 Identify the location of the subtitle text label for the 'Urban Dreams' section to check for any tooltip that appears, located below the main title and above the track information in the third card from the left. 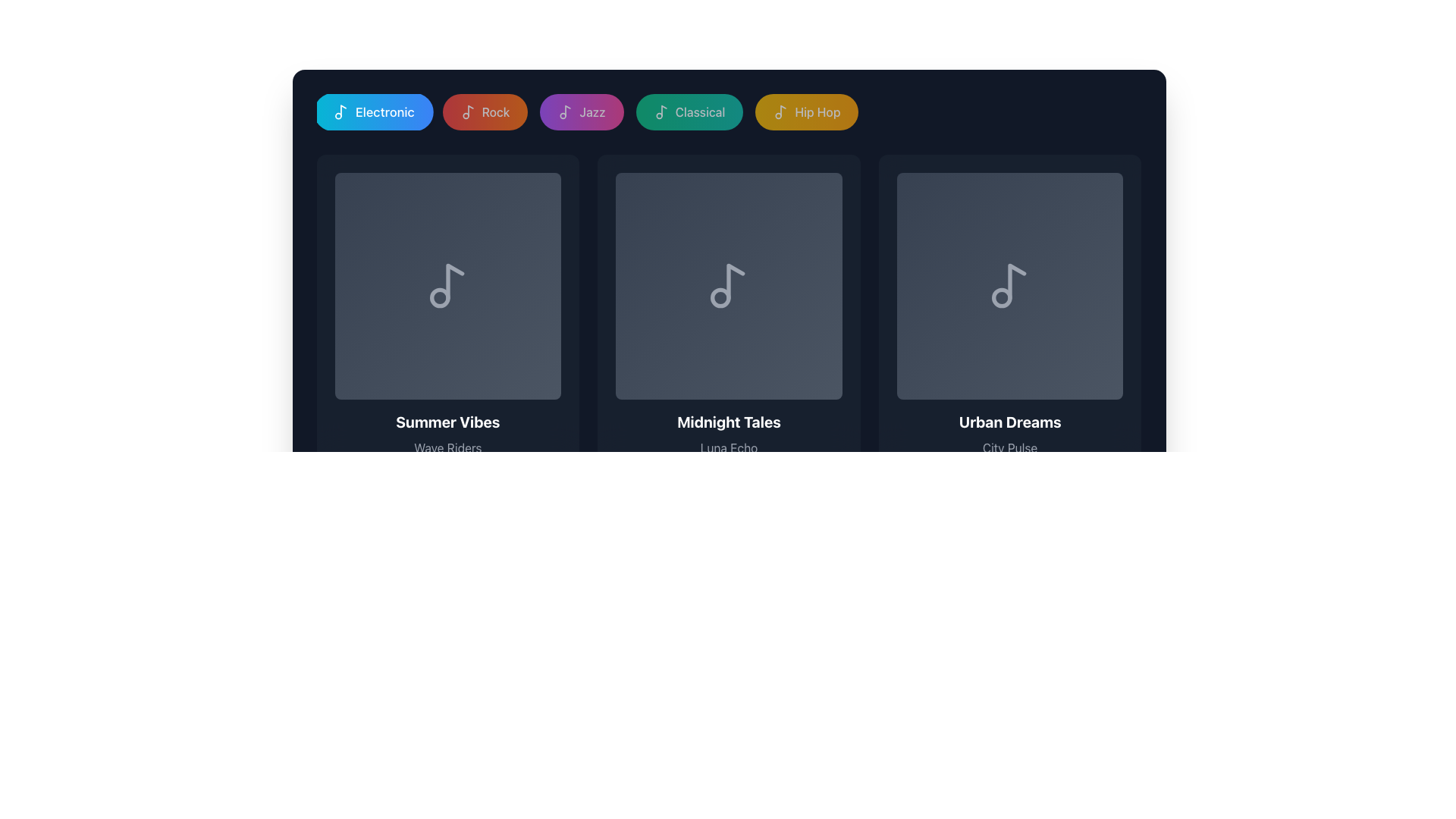
(1010, 447).